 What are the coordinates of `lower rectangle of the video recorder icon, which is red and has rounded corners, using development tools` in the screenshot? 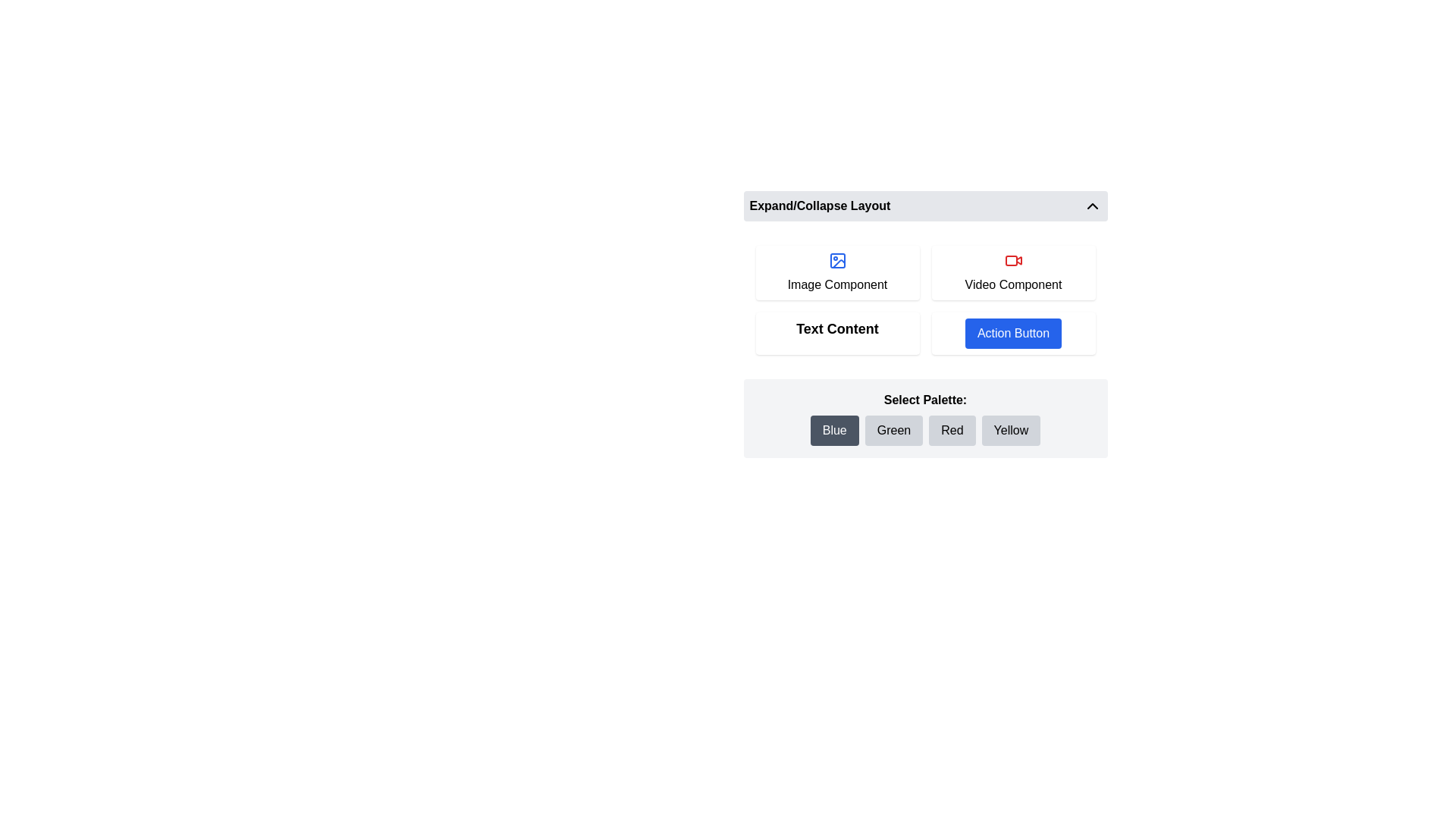 It's located at (1011, 259).